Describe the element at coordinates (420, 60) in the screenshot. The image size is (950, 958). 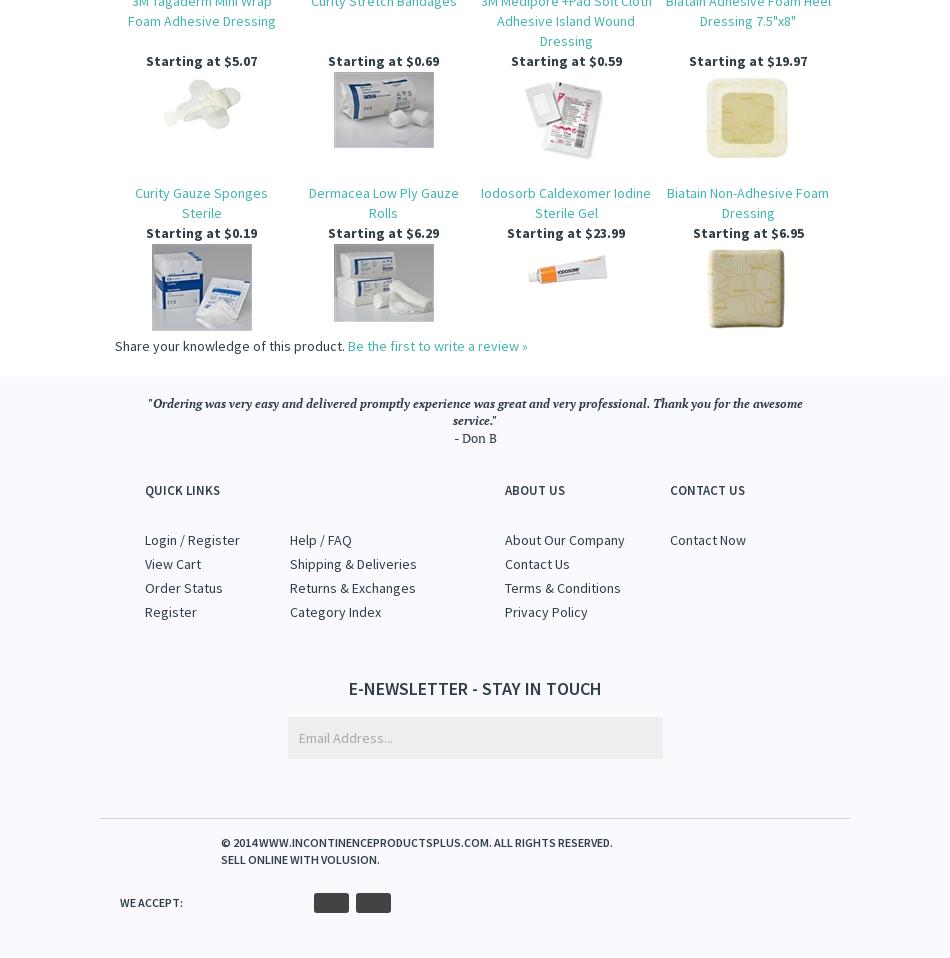
I see `'$0.69'` at that location.